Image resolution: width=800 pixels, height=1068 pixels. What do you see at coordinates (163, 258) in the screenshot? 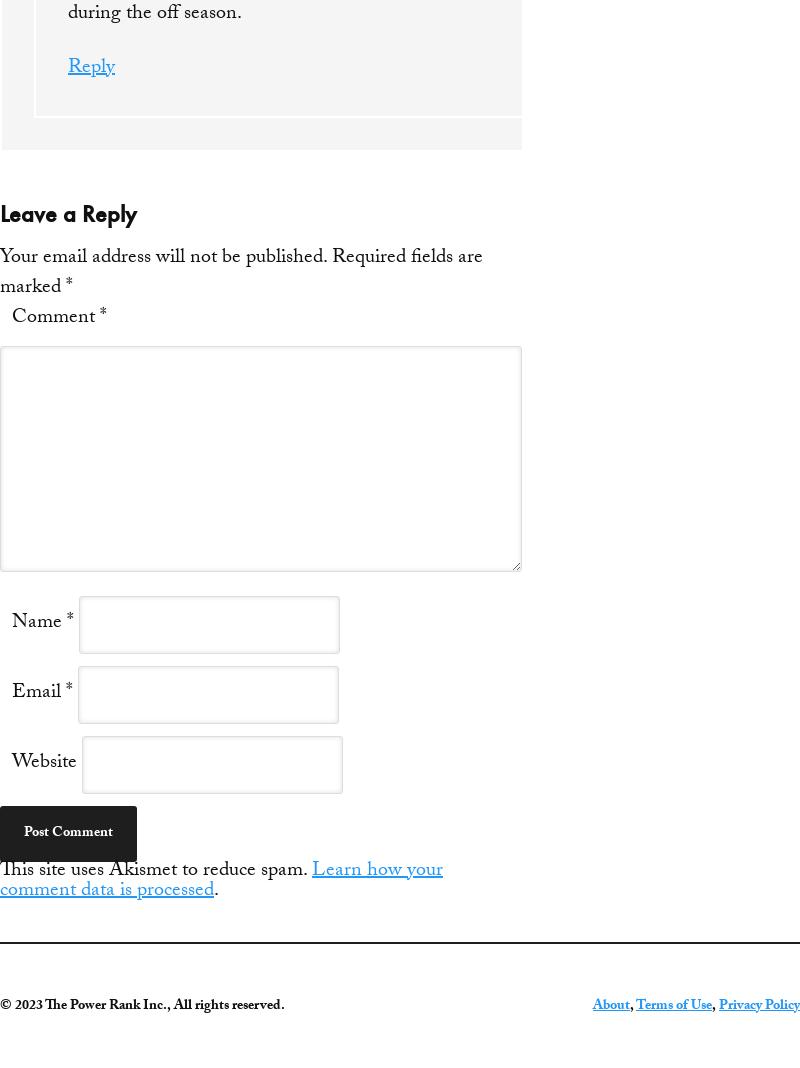
I see `'Your email address will not be published.'` at bounding box center [163, 258].